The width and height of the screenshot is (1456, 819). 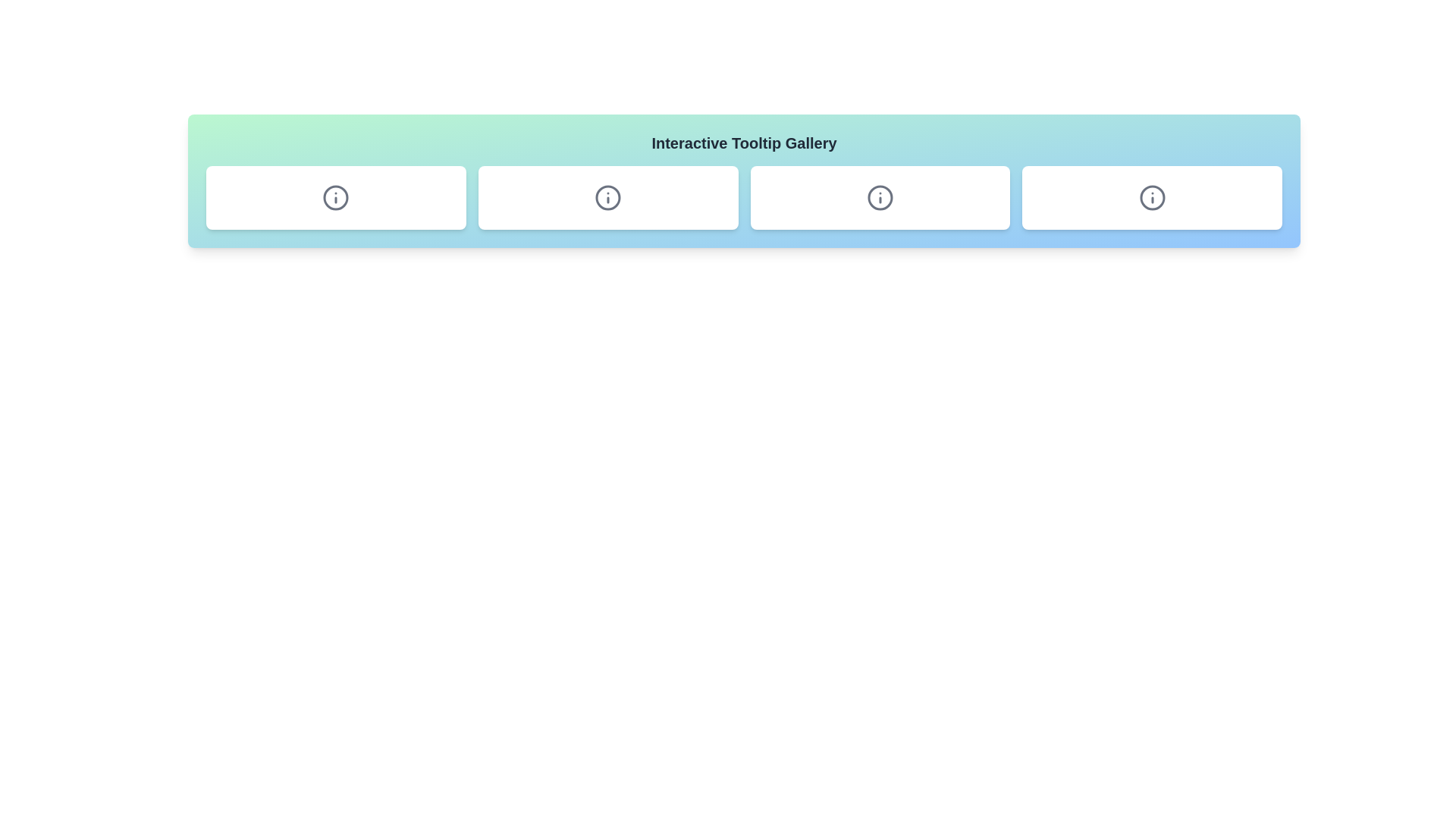 I want to click on the Interactive Tooltip Icon for accessibility actions by moving the cursor to its center point, so click(x=1152, y=197).